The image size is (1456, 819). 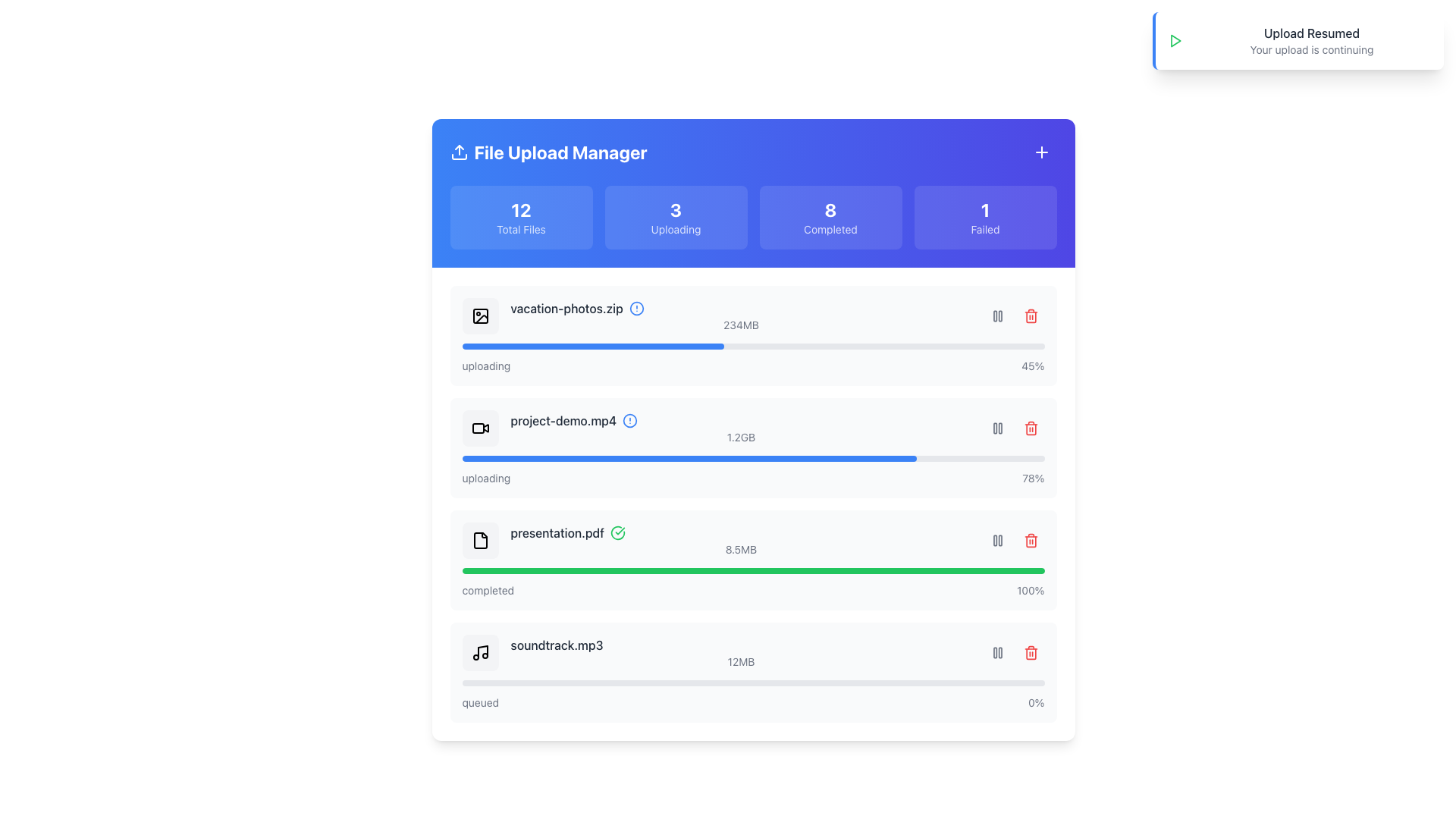 I want to click on the square file icon with a white background and black border representing 'presentation.pdf', so click(x=479, y=540).